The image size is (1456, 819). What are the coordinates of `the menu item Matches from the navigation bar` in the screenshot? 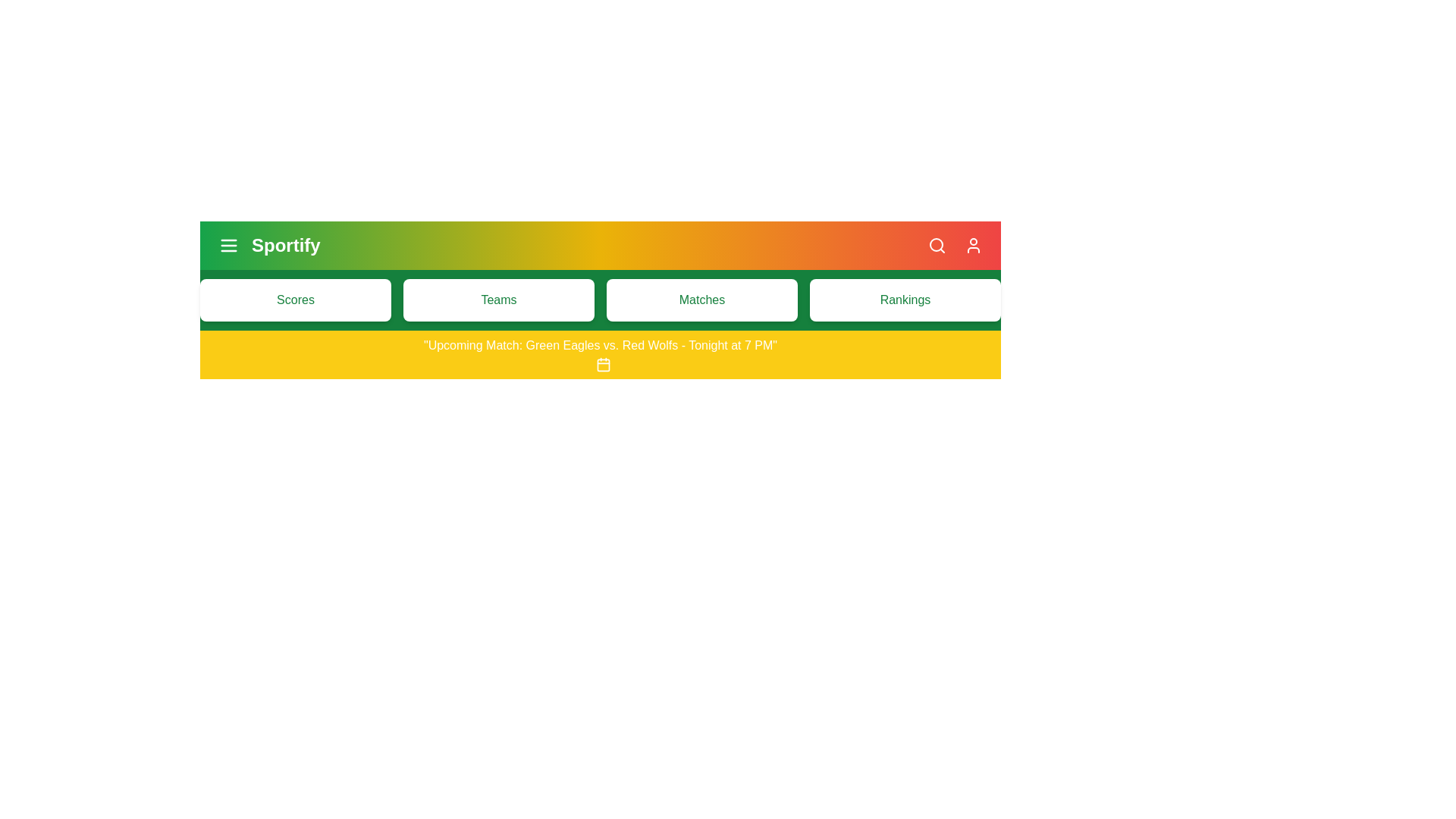 It's located at (701, 300).